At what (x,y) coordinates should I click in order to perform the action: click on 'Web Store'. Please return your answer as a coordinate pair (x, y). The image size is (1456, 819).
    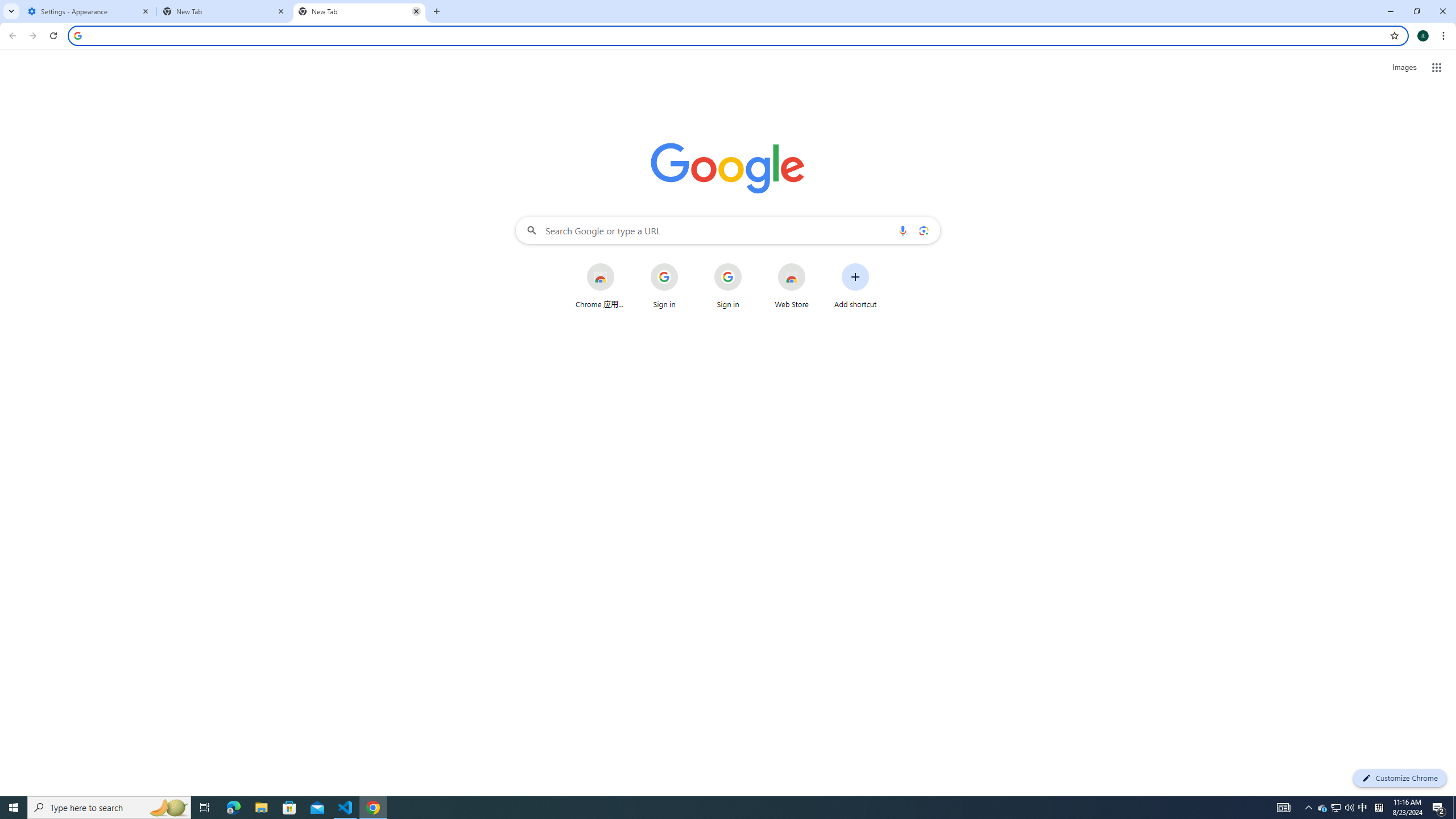
    Looking at the image, I should click on (791, 285).